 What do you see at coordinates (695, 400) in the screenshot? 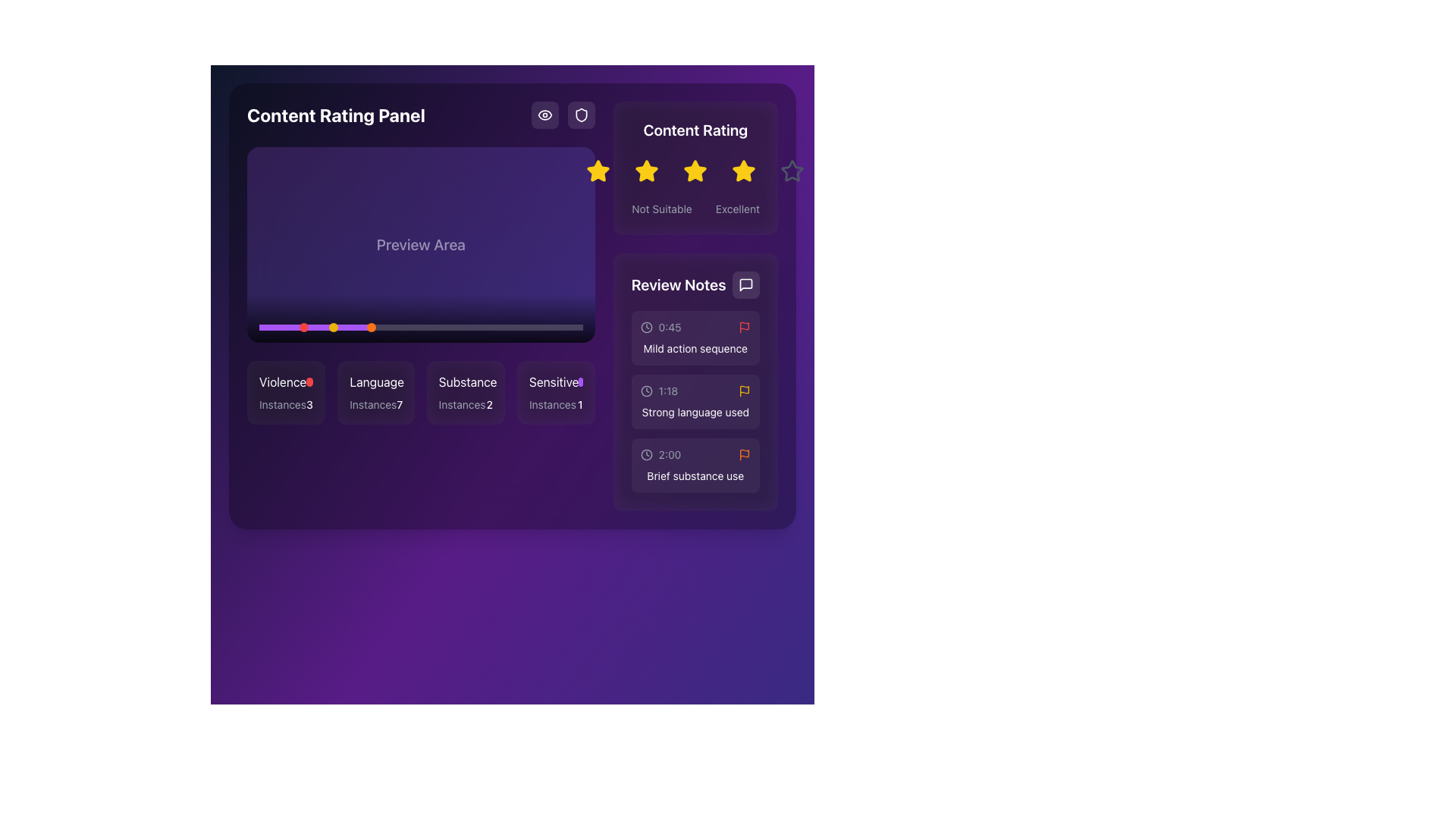
I see `contextual notes associated with the second entry in the vertical list of three items located in the 'Review Notes' section below the 'Content Rating' section` at bounding box center [695, 400].